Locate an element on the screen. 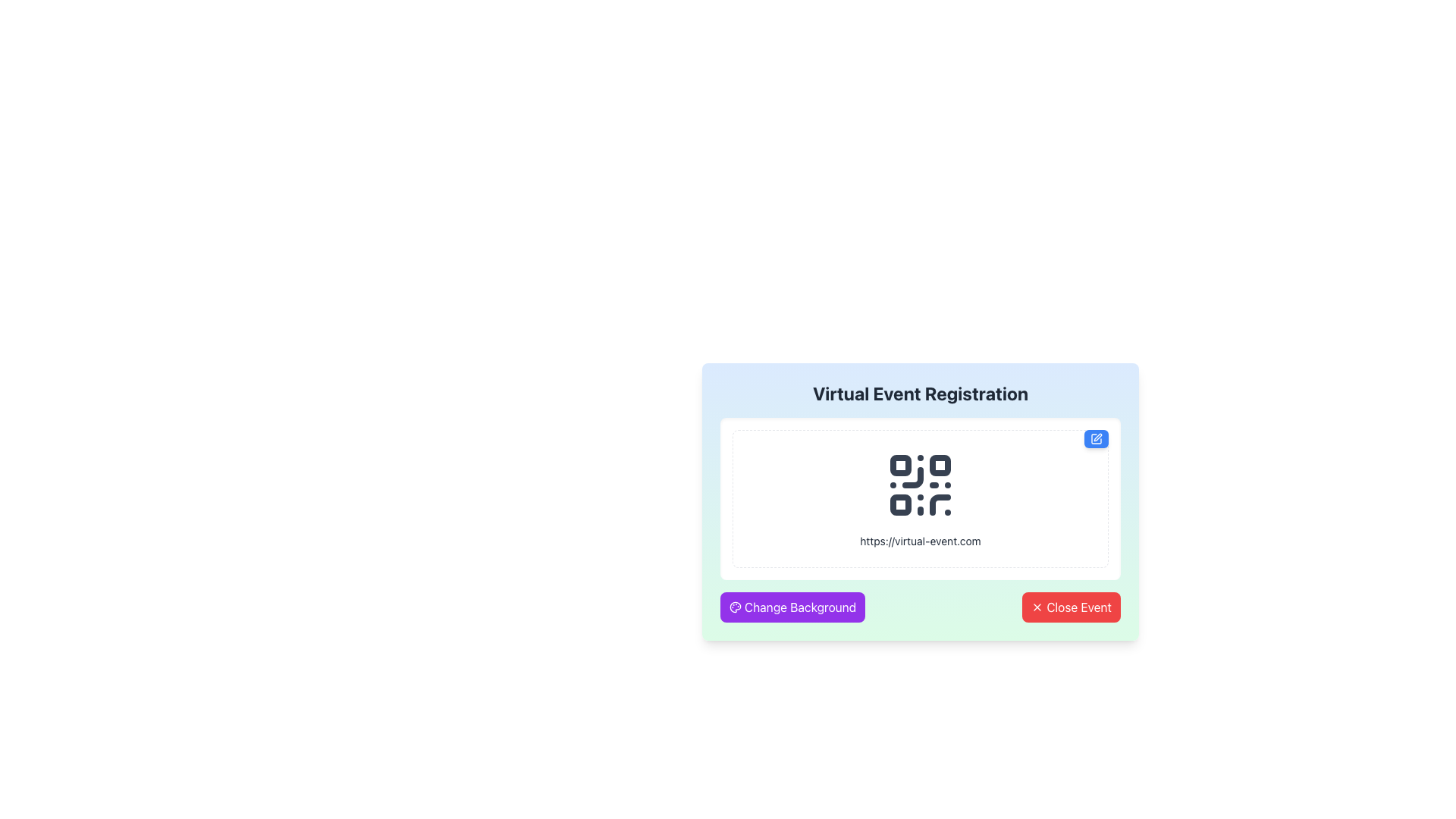 The image size is (1456, 819). the text label displaying the URL 'https://virtual-event.com', which is styled with small gray text and positioned below the QR code icon in the 'Virtual Event Registration' section is located at coordinates (920, 540).